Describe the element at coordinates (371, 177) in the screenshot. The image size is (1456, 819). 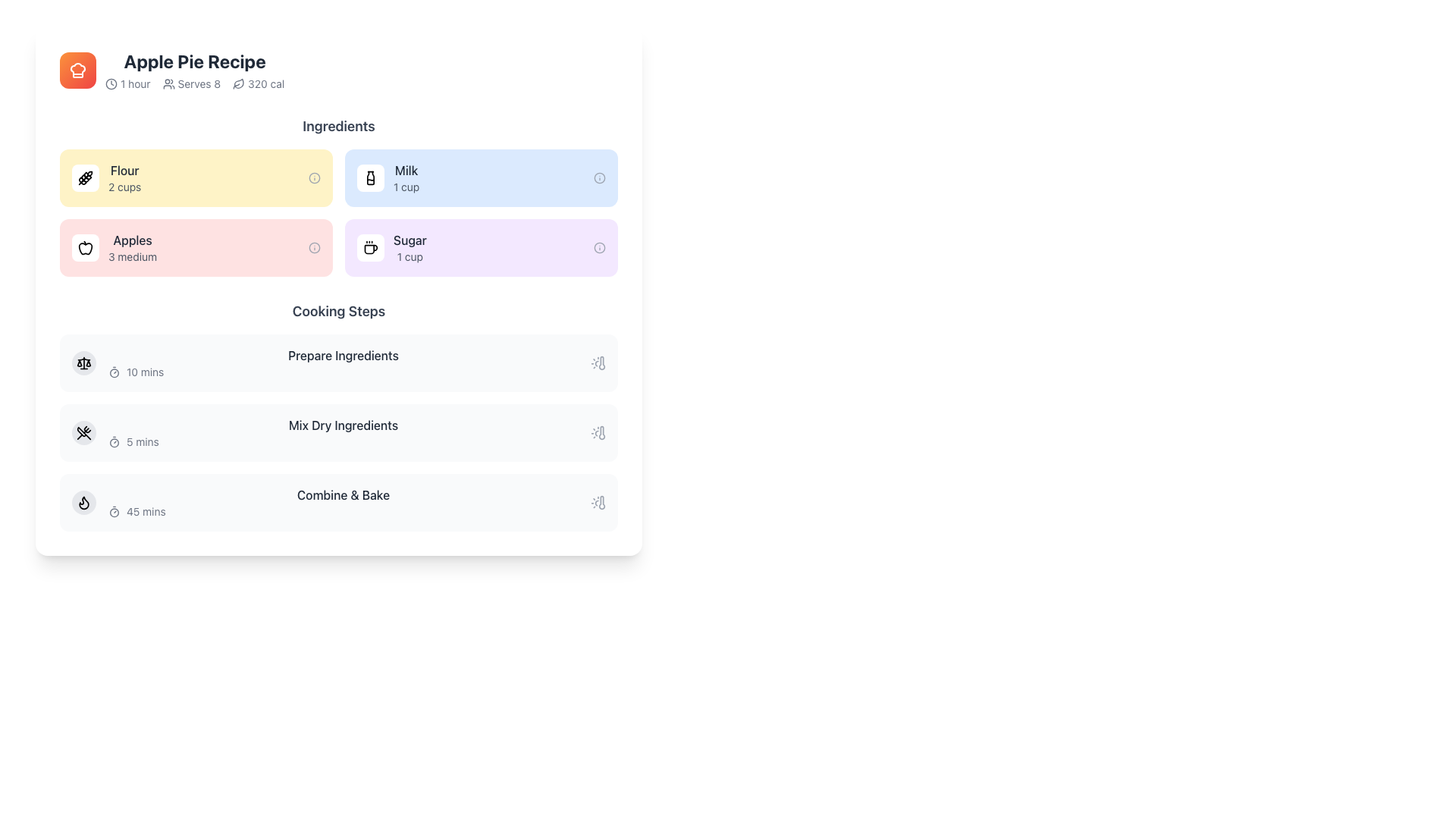
I see `the milk icon in the upper-right section of the 'Ingredients' section, which represents 'Milk - 1 cup'` at that location.